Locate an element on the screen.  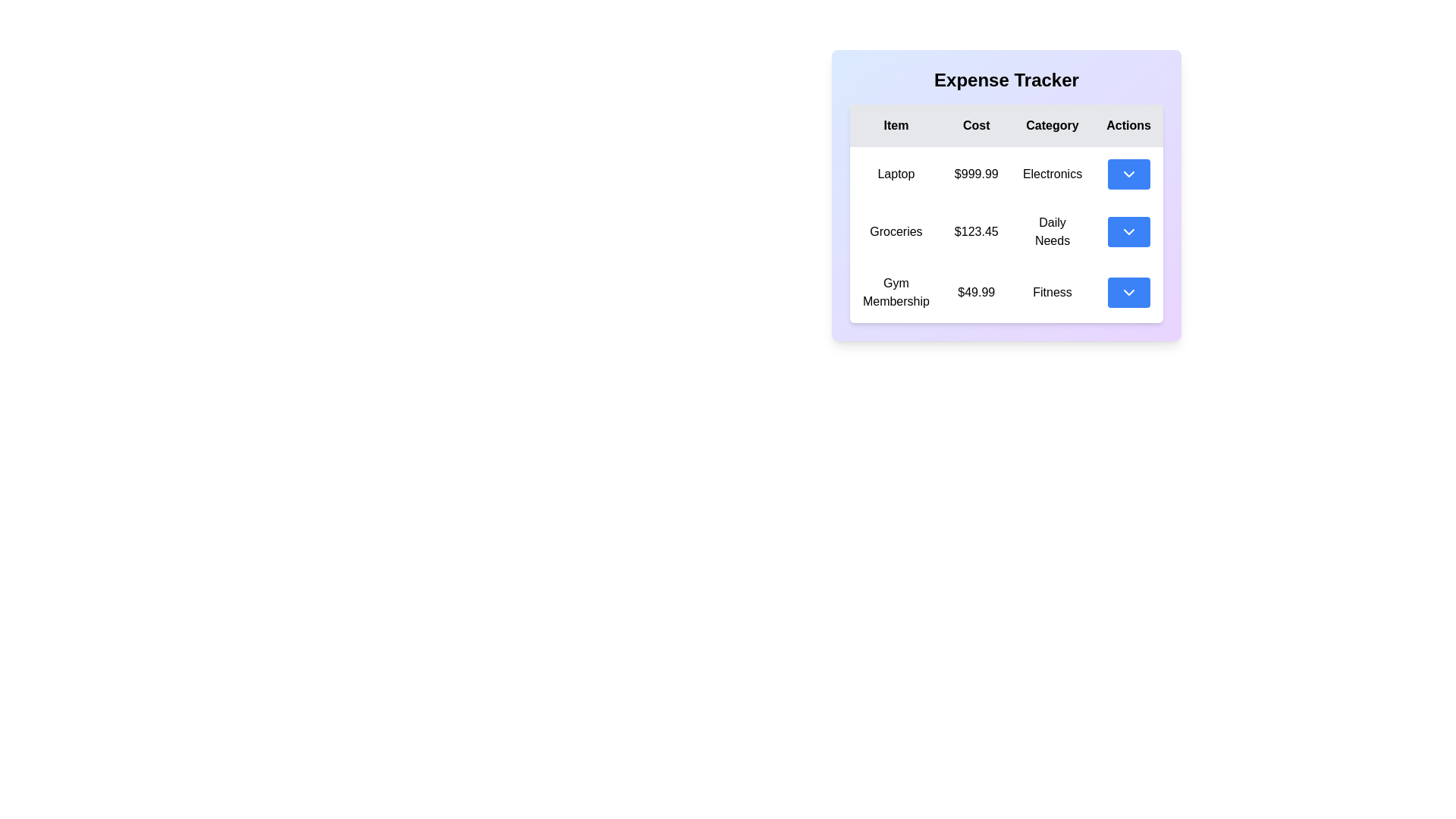
the 'Gym Membership' category tag text label located in the third row of the table under the 'Category' column is located at coordinates (1051, 292).